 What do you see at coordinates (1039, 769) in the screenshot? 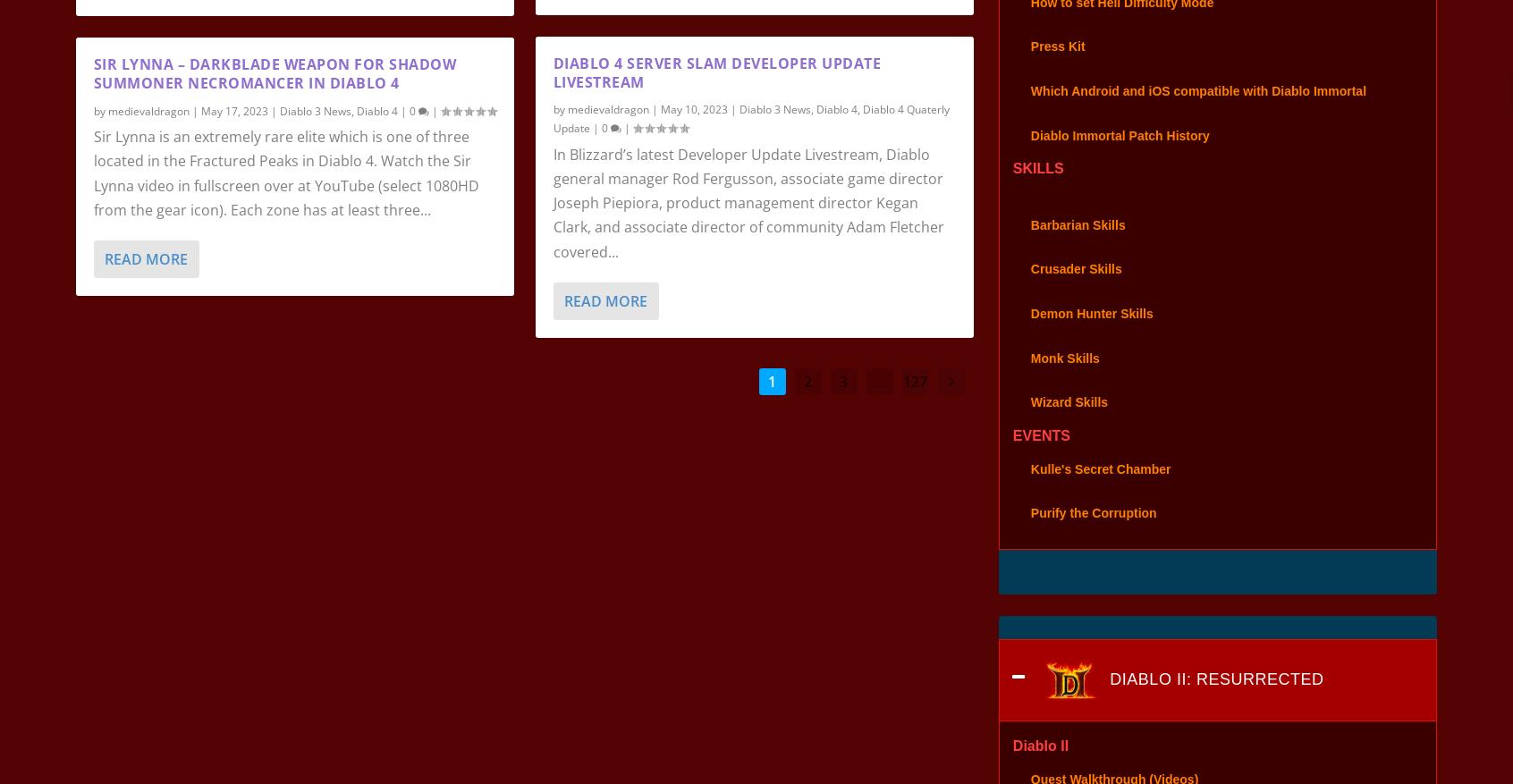
I see `'Diablo II'` at bounding box center [1039, 769].